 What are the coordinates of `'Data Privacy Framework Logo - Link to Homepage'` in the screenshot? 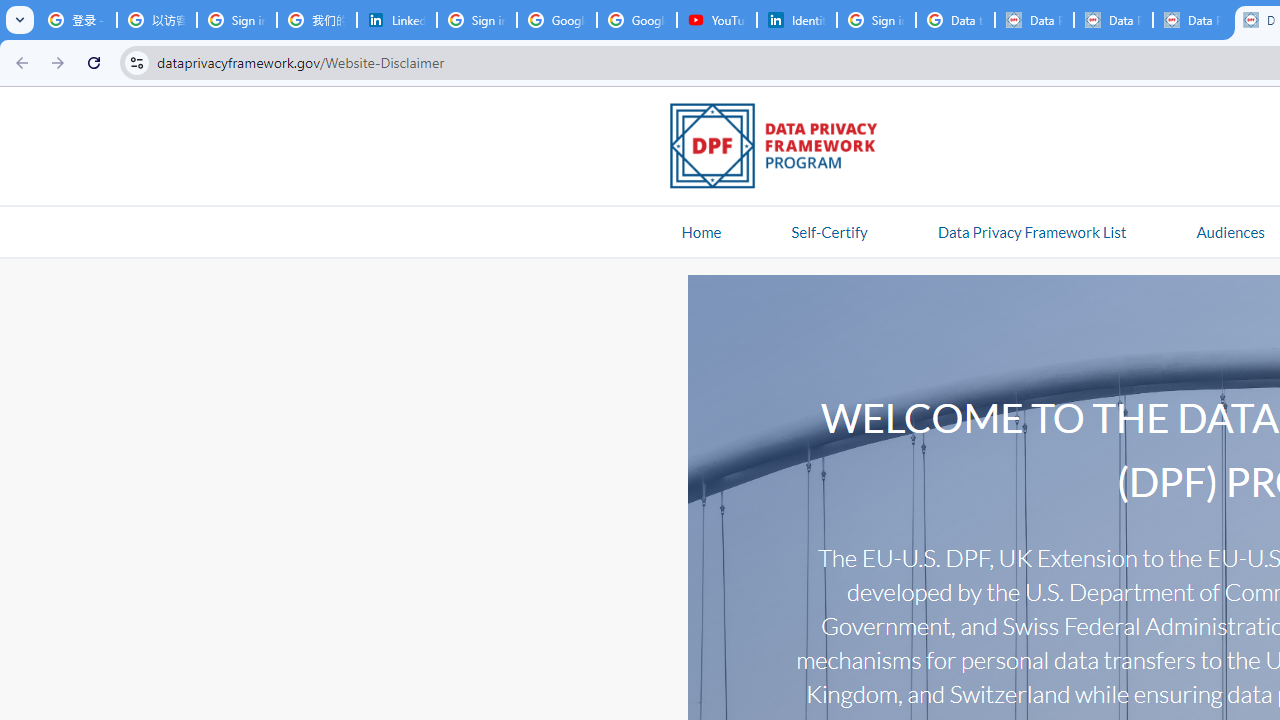 It's located at (783, 148).